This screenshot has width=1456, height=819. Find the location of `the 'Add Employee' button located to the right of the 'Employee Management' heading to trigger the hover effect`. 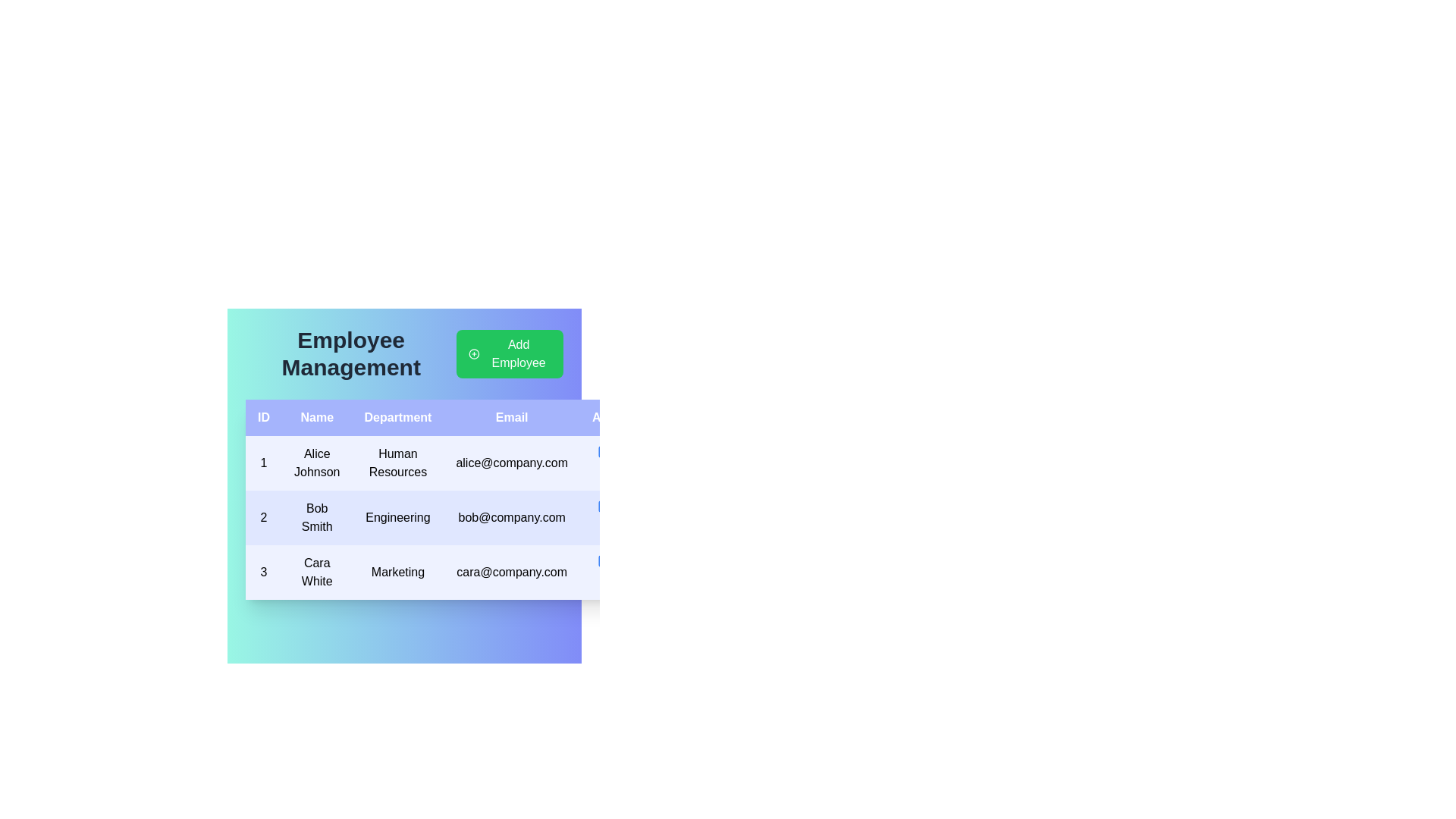

the 'Add Employee' button located to the right of the 'Employee Management' heading to trigger the hover effect is located at coordinates (510, 353).